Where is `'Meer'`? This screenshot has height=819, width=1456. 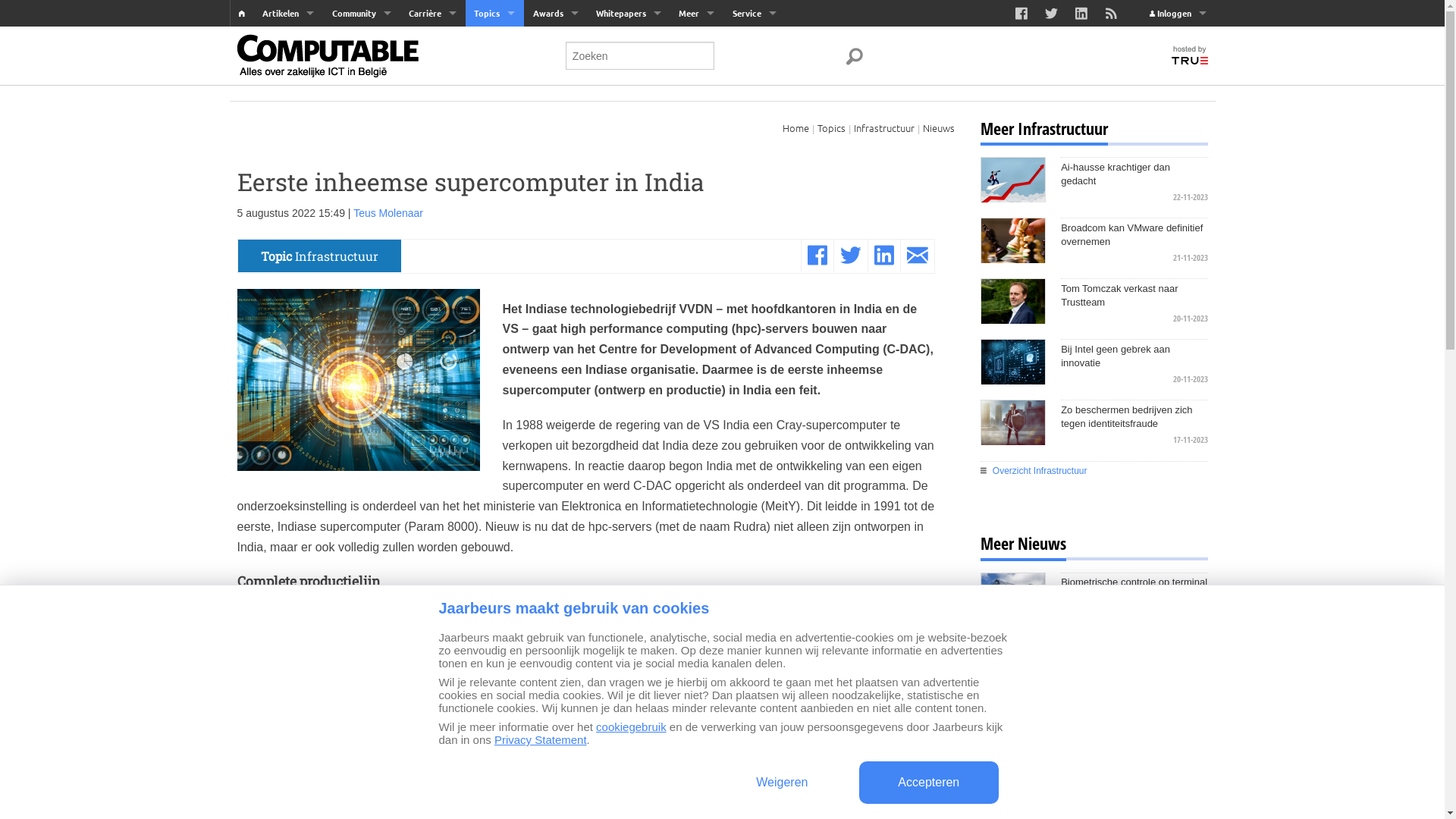
'Meer' is located at coordinates (695, 13).